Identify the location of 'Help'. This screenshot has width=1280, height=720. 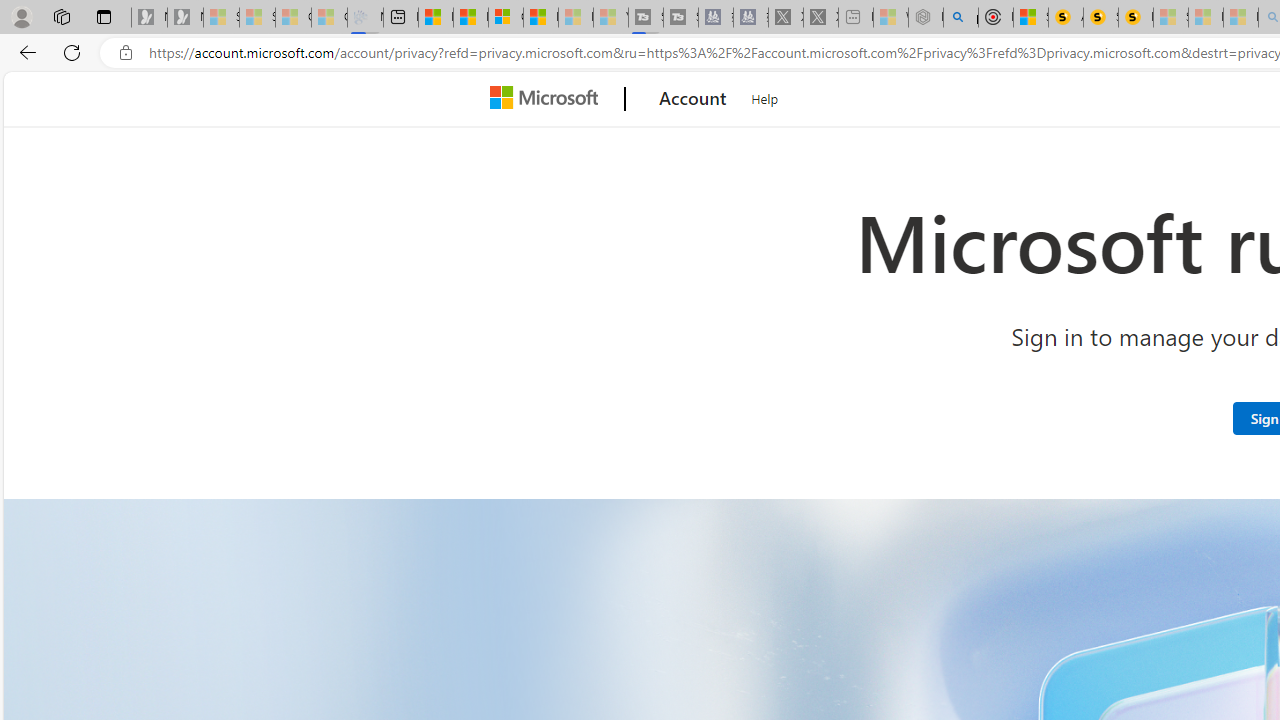
(764, 96).